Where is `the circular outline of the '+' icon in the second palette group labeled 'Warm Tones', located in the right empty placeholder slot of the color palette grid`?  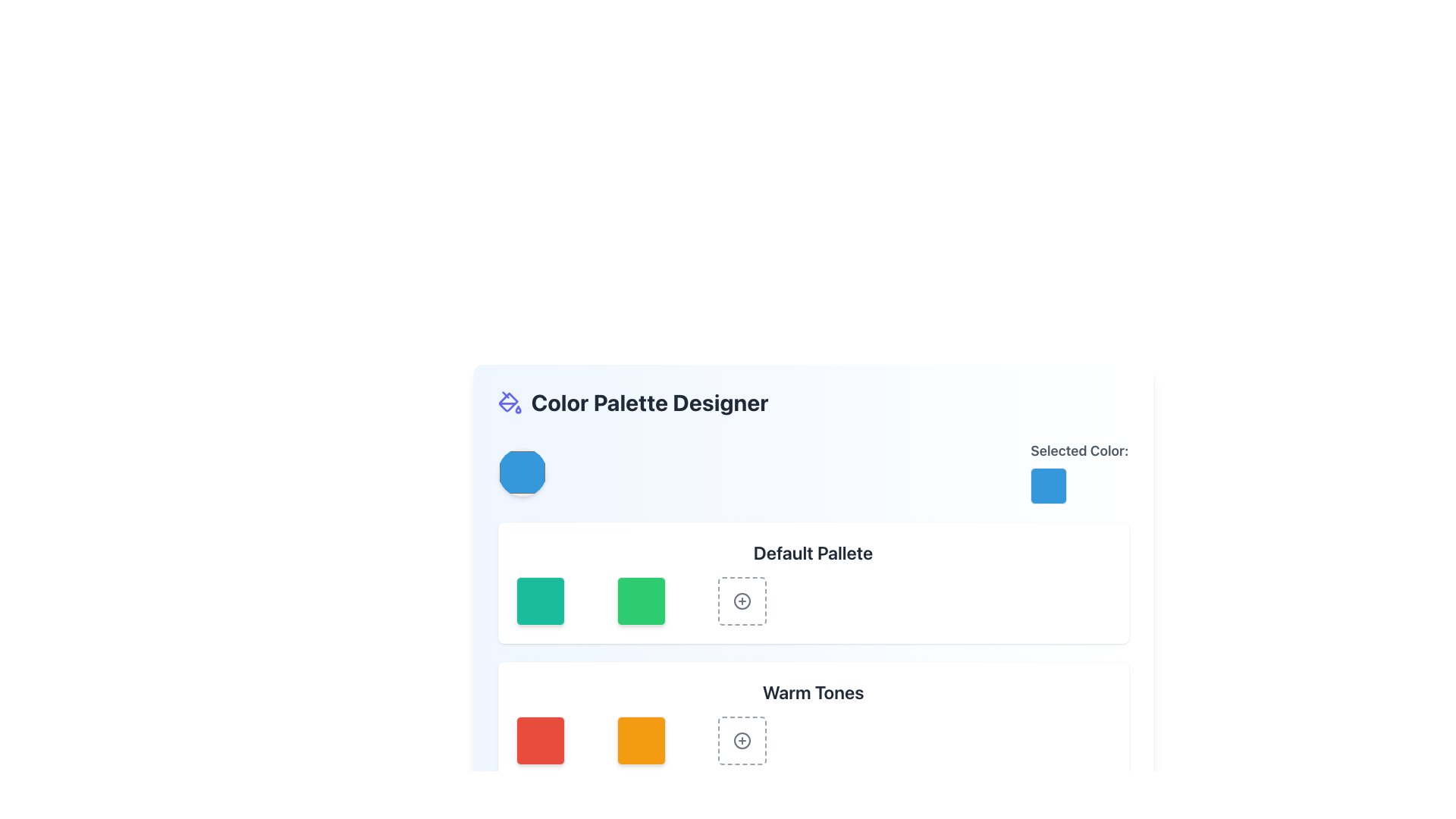
the circular outline of the '+' icon in the second palette group labeled 'Warm Tones', located in the right empty placeholder slot of the color palette grid is located at coordinates (742, 739).